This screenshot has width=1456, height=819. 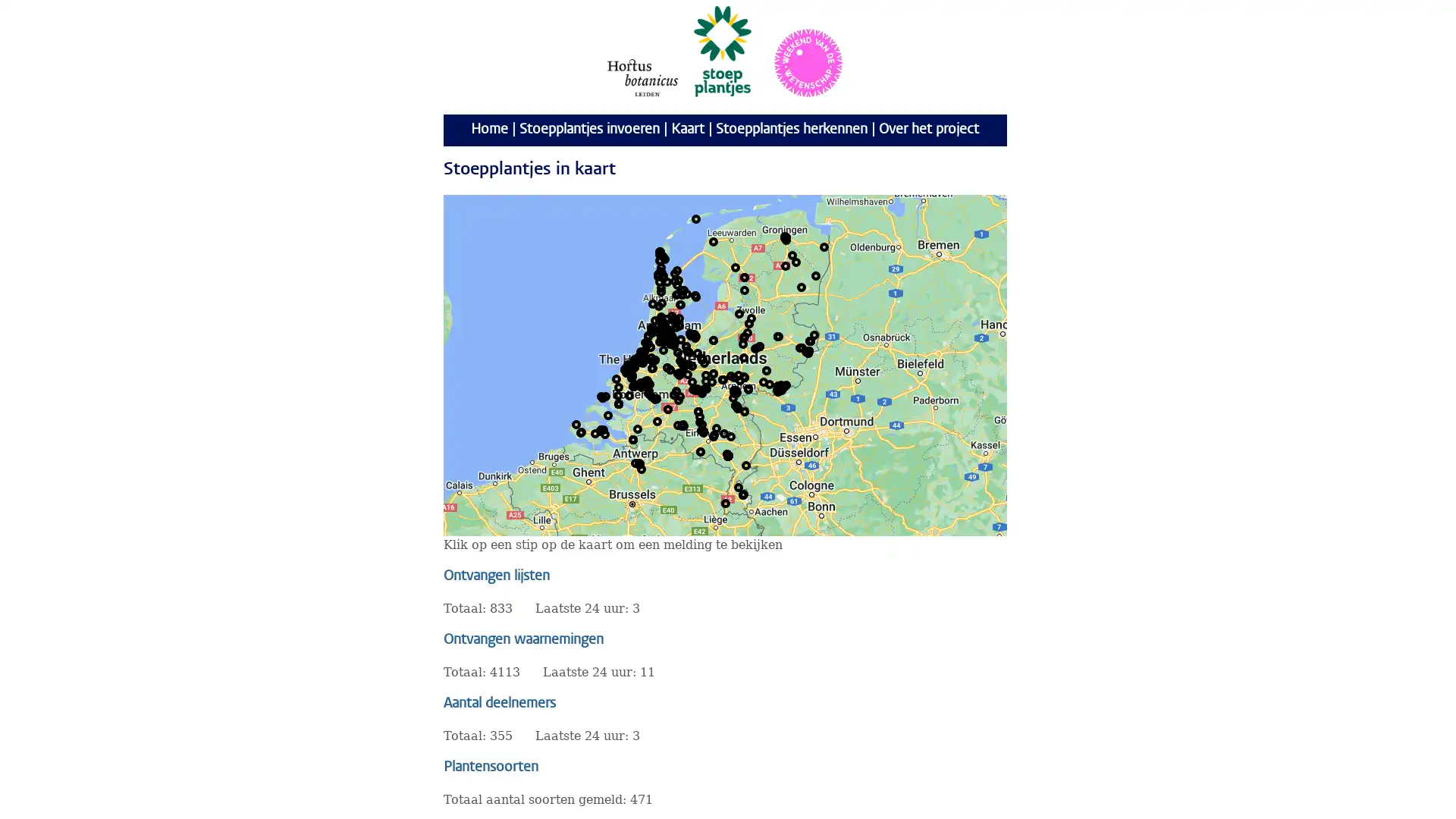 I want to click on Telling van Marcel Meijer Hof op 28 januari 2022, so click(x=807, y=351).